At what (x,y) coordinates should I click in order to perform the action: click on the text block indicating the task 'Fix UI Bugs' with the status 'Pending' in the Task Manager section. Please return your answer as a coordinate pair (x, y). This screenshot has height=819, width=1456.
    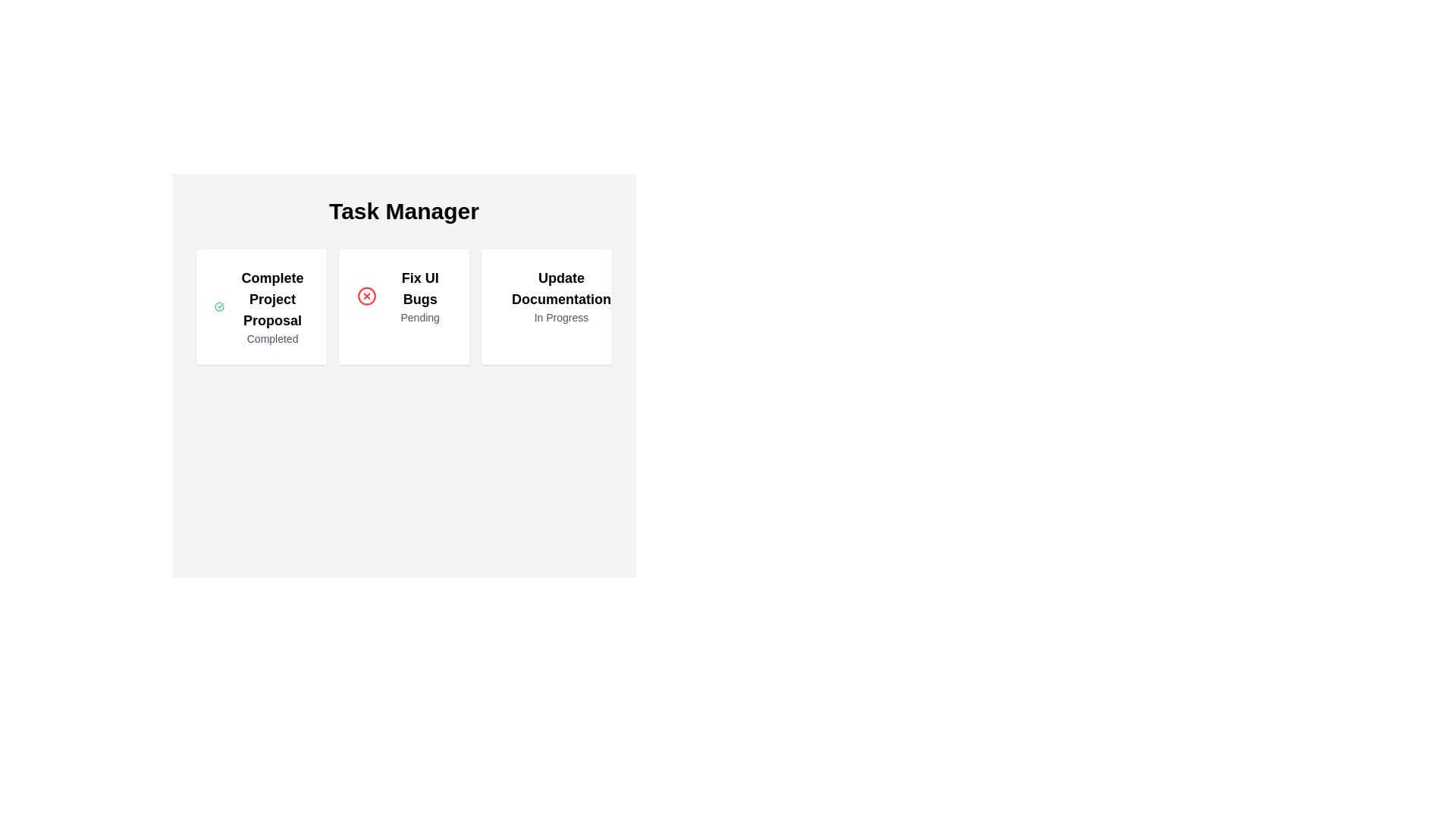
    Looking at the image, I should click on (420, 296).